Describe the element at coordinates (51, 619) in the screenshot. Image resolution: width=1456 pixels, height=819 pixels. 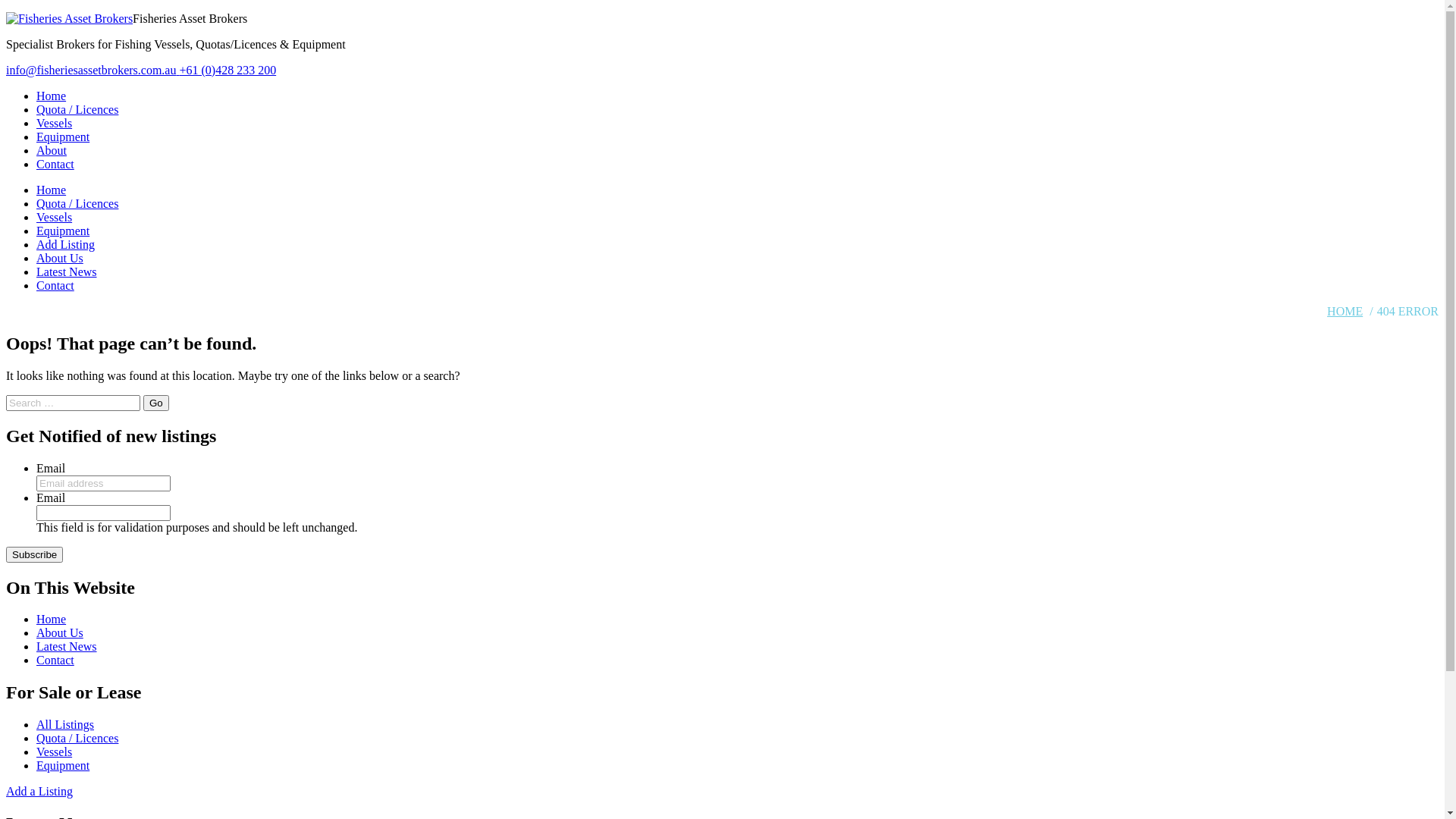
I see `'Home'` at that location.